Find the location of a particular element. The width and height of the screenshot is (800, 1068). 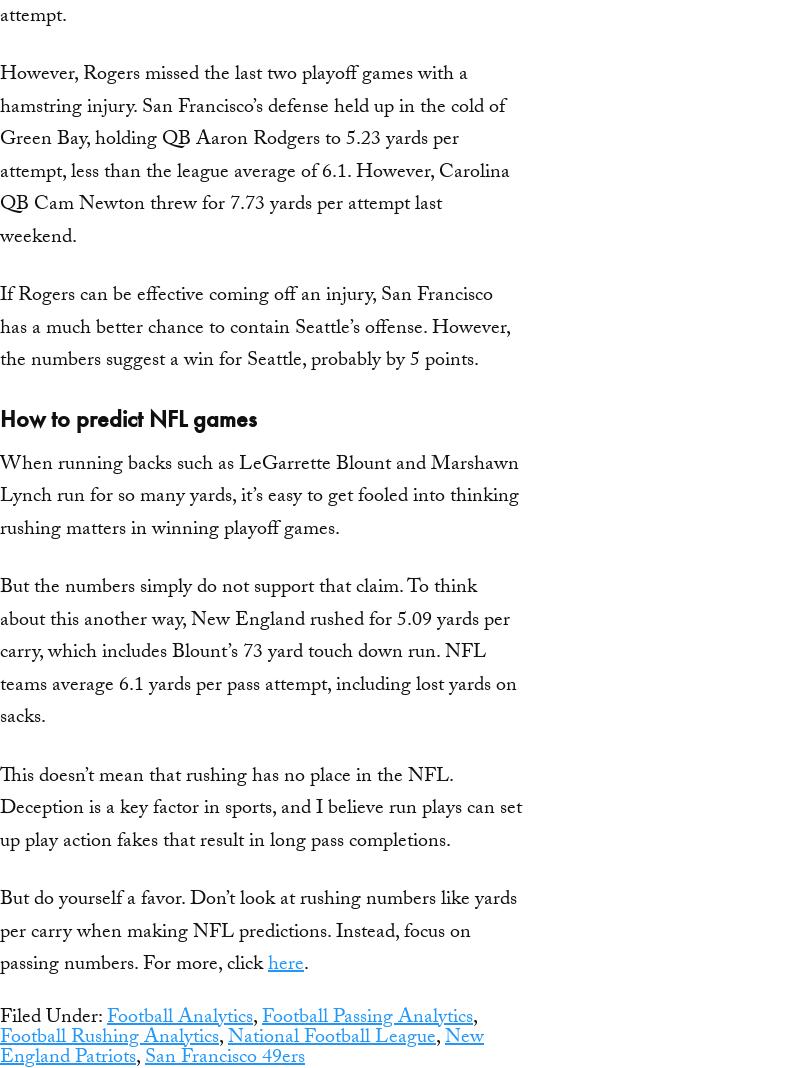

'But the numbers simply do not support that claim.  To think about this another way, New England rushed for 5.09 yards per carry, which includes Blount’s 73 yard touch down run.  NFL teams average 6.1 yards per pass attempt, including lost yards on sacks.' is located at coordinates (257, 653).